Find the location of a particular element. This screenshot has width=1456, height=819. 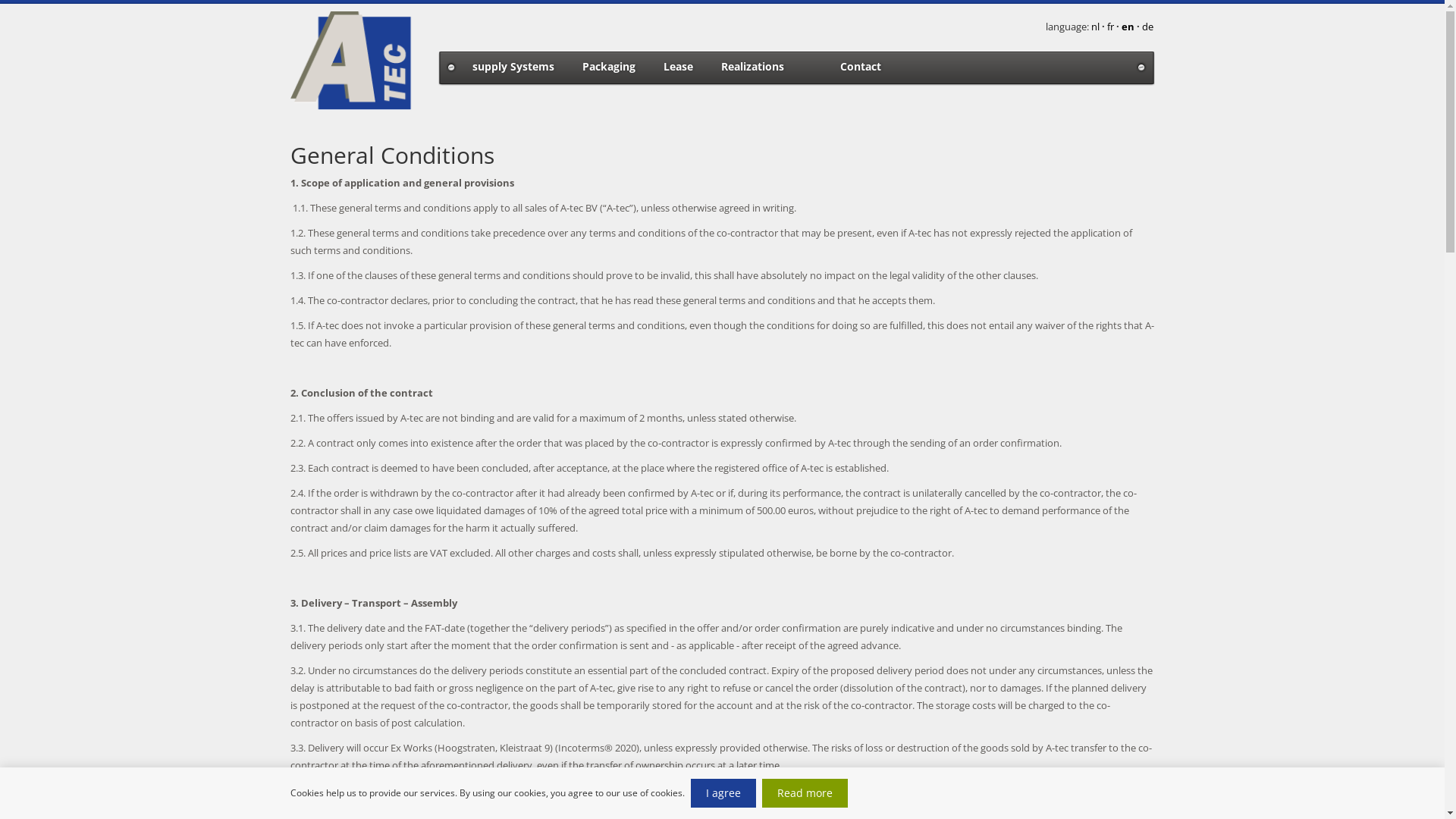

'Realizations' is located at coordinates (752, 65).